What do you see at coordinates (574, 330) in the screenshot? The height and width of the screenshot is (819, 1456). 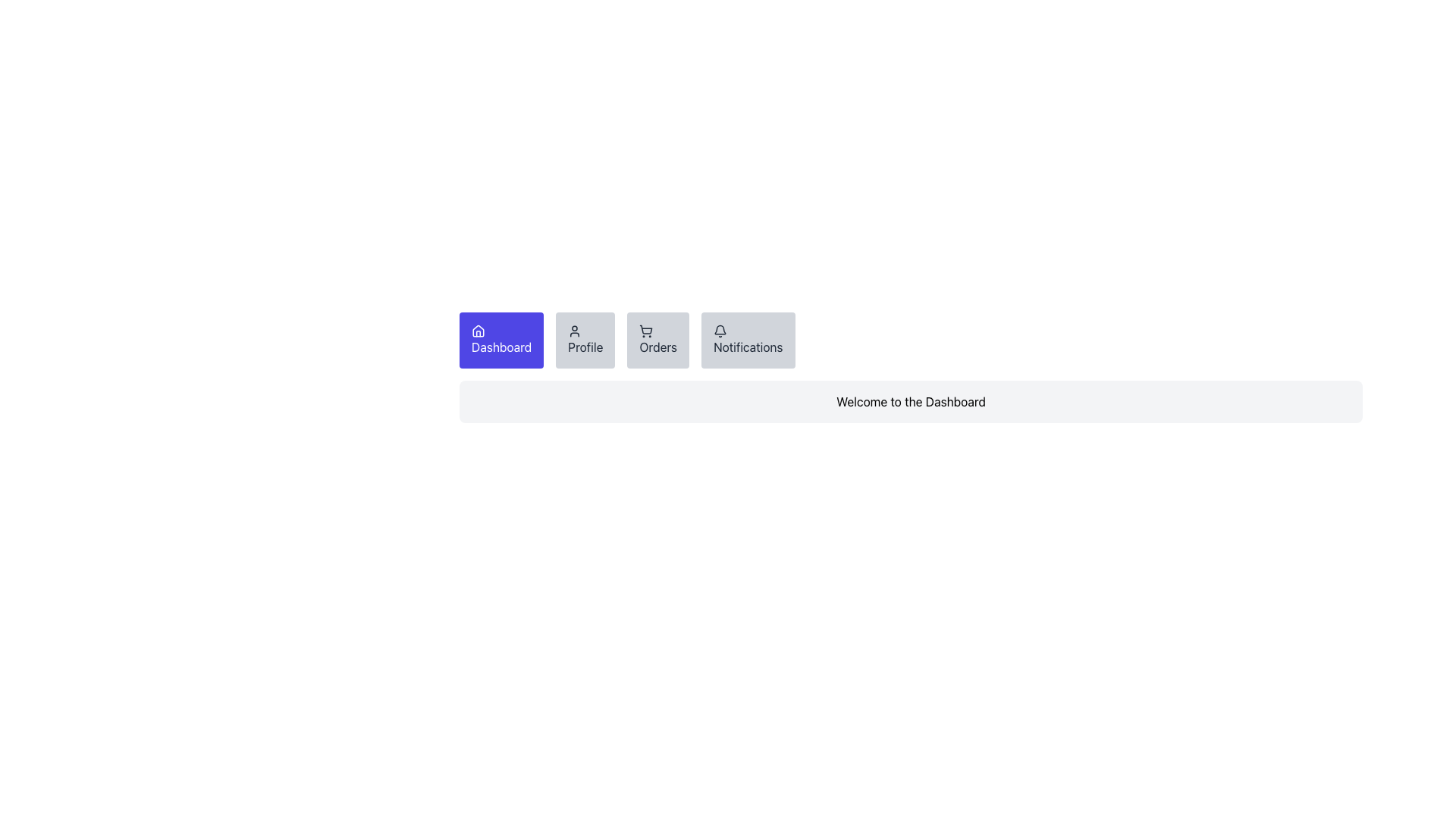 I see `the 'Profile' button, which contains a dark gray user icon with a circular head and simplified body outline` at bounding box center [574, 330].